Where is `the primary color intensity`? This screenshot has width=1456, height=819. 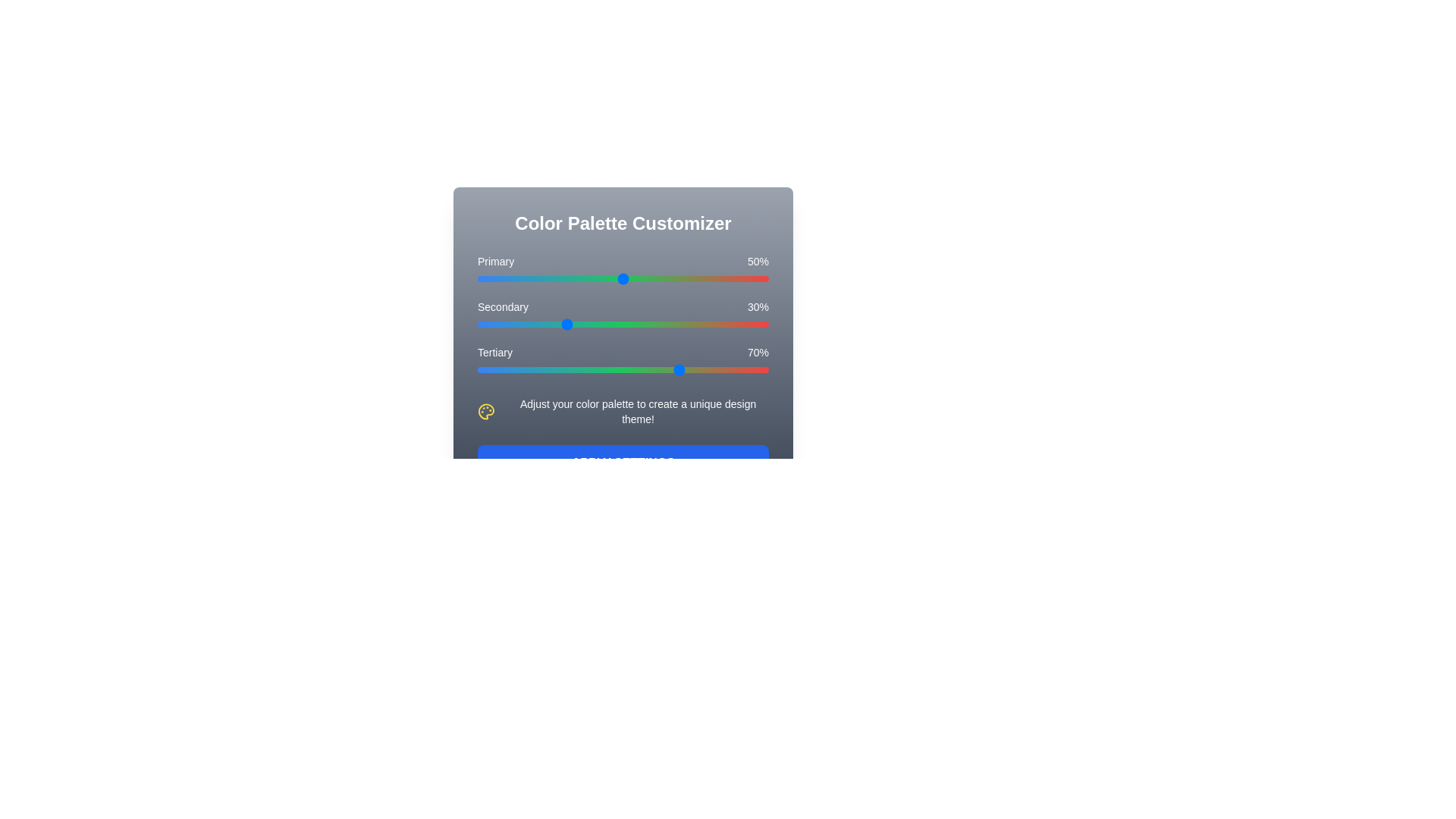 the primary color intensity is located at coordinates (689, 278).